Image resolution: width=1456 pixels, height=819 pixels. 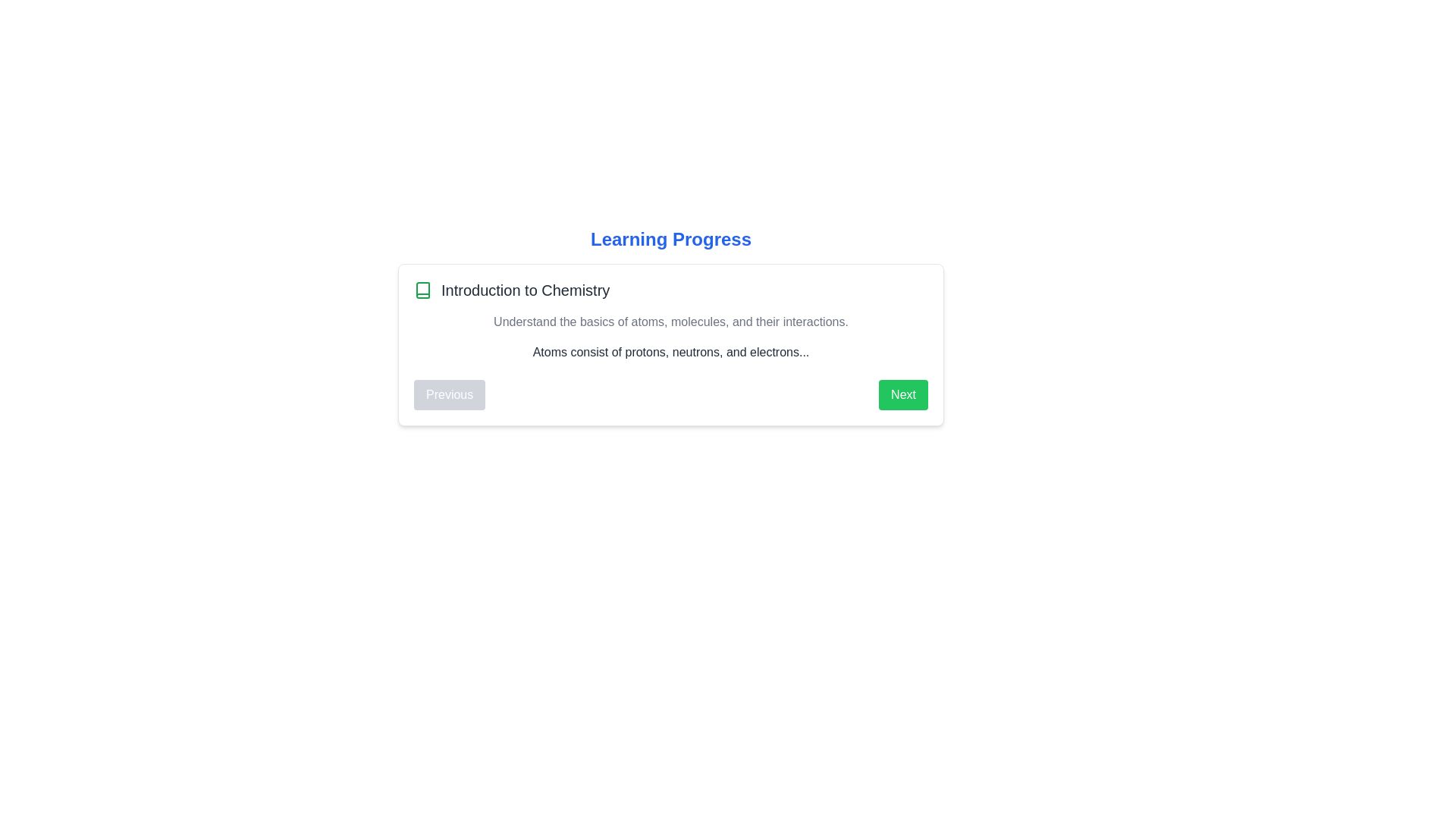 What do you see at coordinates (526, 290) in the screenshot?
I see `the text label displaying 'Introduction to Chemistry', which is a large, bold dark gray title aligned to the right of a green book icon` at bounding box center [526, 290].